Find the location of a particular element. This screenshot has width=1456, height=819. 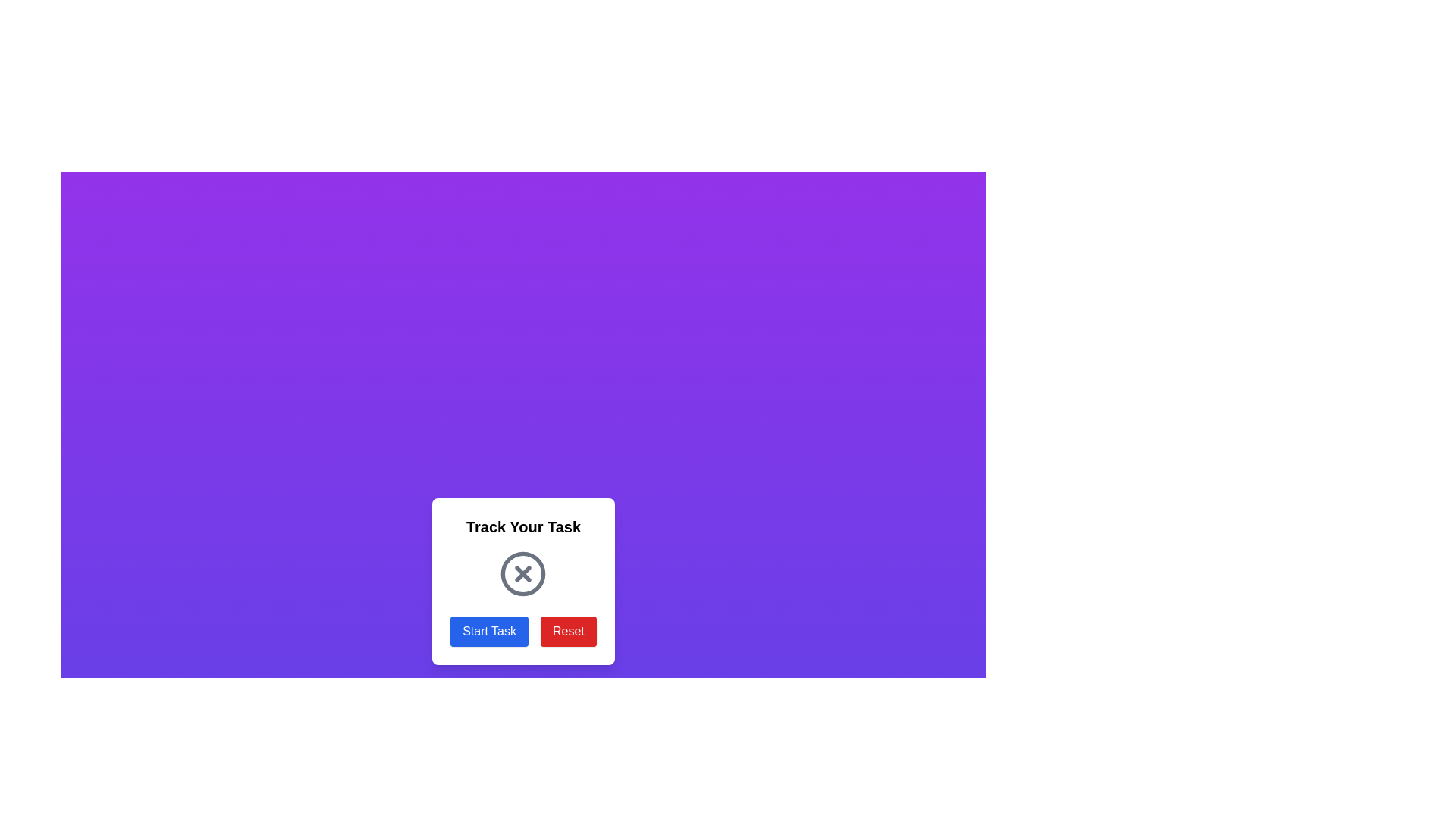

the 'Start Task' button, which is the left button in the button group styled with a blue background and white text, to initiate the task is located at coordinates (523, 632).